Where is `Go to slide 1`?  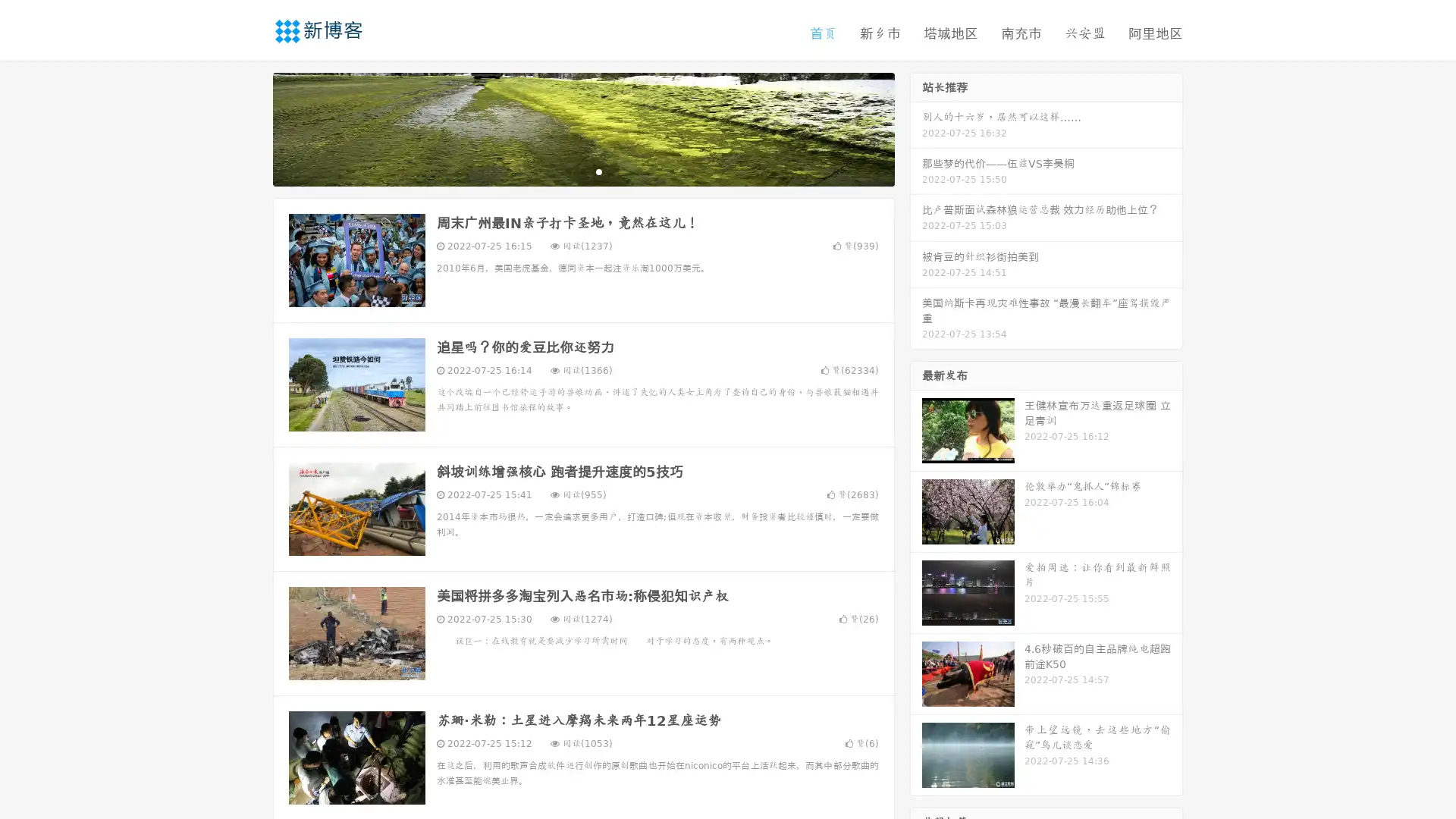 Go to slide 1 is located at coordinates (567, 171).